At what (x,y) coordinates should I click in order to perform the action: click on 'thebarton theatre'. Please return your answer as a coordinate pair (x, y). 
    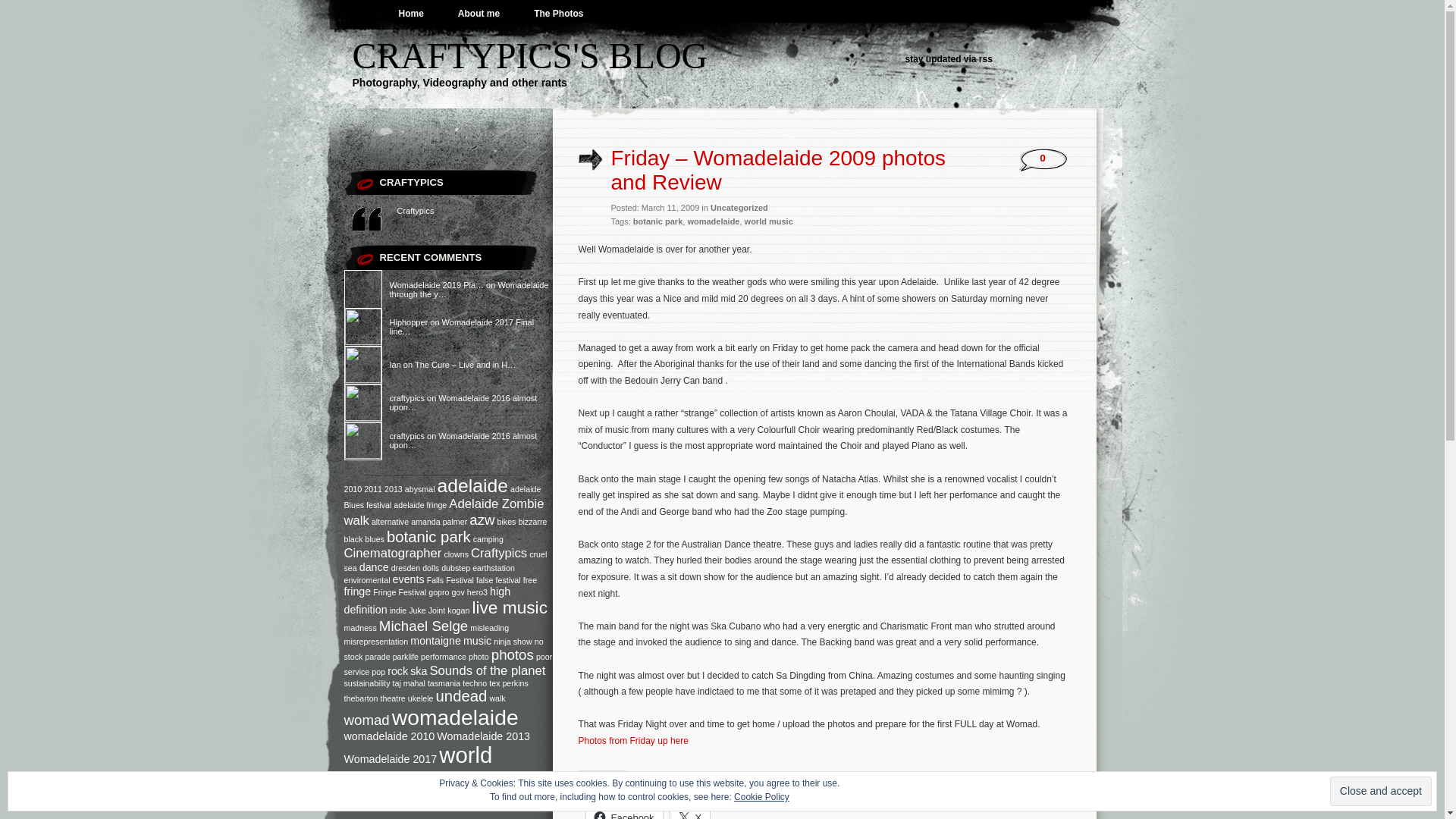
    Looking at the image, I should click on (375, 698).